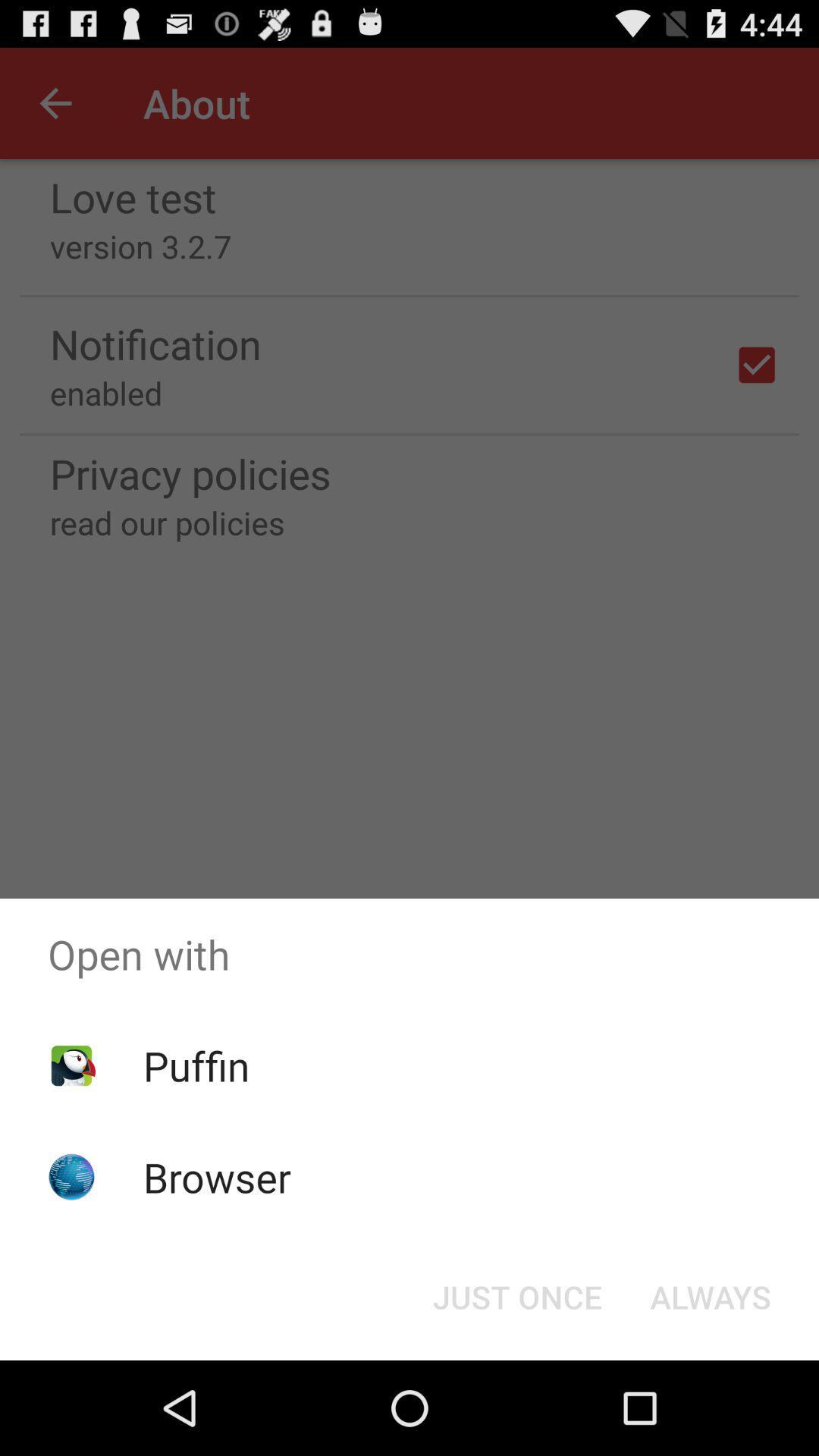  Describe the element at coordinates (516, 1295) in the screenshot. I see `the icon below open with item` at that location.